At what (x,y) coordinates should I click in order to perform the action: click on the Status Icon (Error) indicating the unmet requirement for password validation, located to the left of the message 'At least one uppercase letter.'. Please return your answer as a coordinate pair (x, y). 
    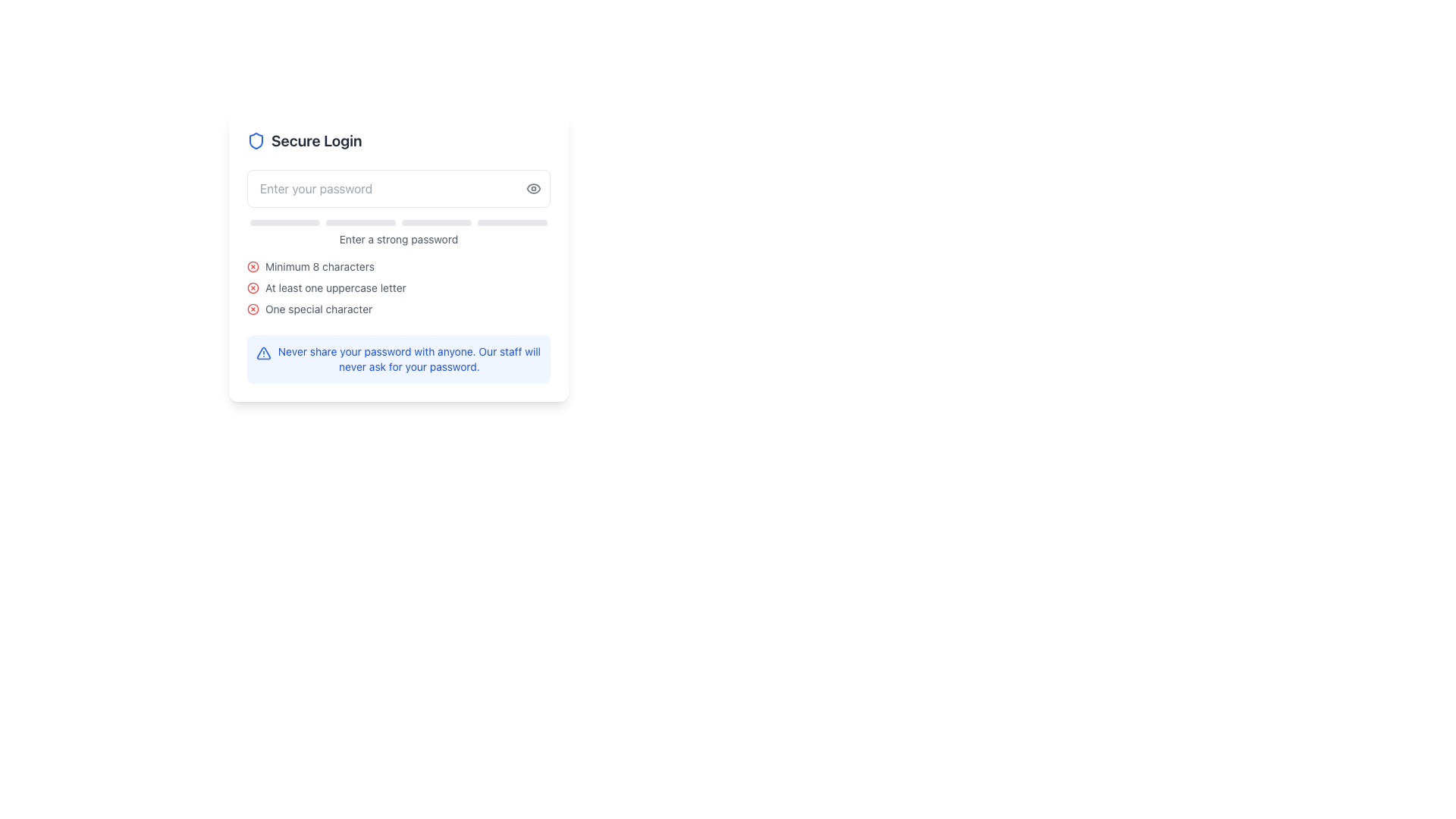
    Looking at the image, I should click on (253, 288).